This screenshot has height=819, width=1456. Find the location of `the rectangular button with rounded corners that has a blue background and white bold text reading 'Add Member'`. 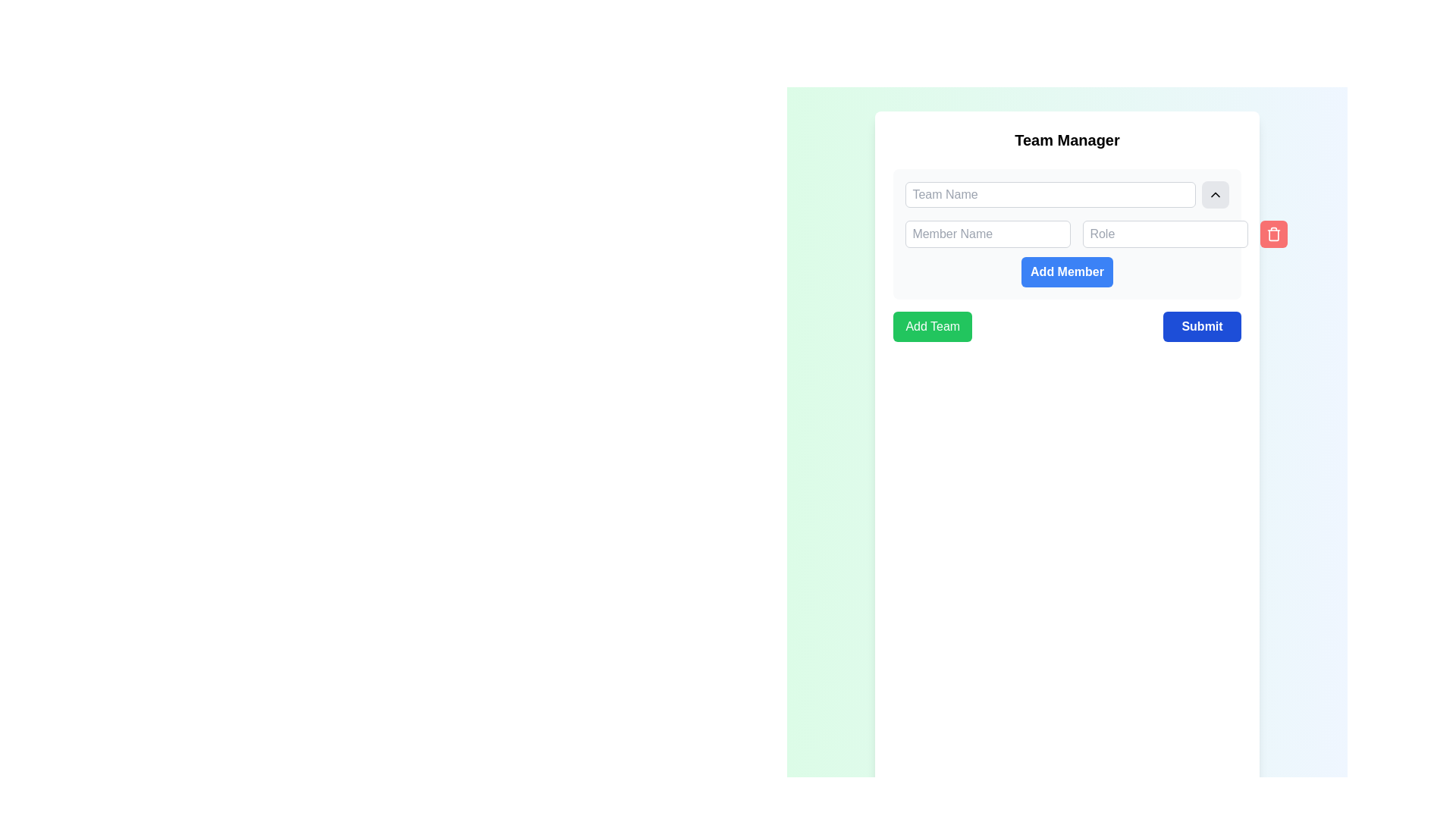

the rectangular button with rounded corners that has a blue background and white bold text reading 'Add Member' is located at coordinates (1066, 271).